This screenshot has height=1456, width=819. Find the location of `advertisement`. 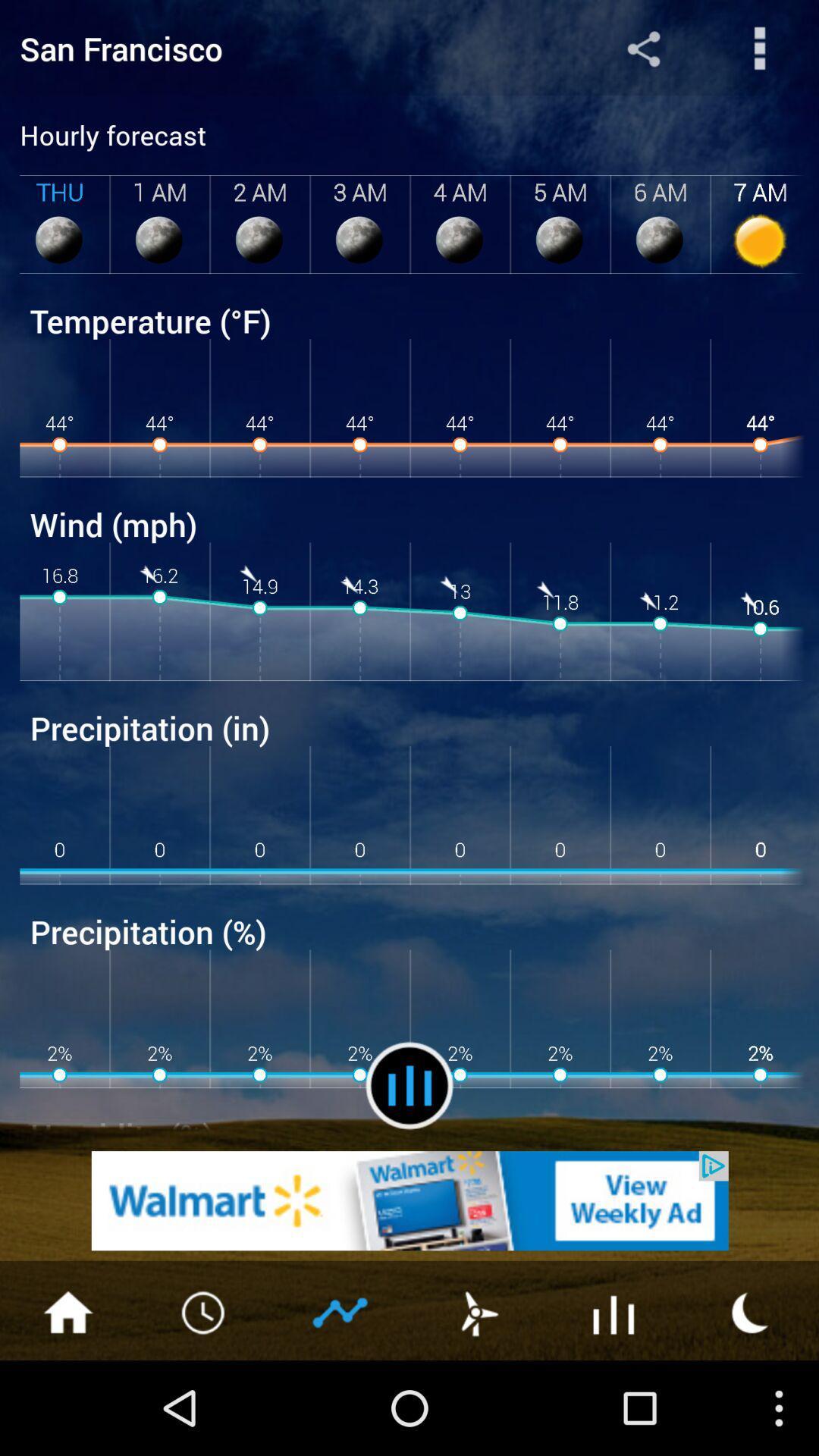

advertisement is located at coordinates (751, 1310).